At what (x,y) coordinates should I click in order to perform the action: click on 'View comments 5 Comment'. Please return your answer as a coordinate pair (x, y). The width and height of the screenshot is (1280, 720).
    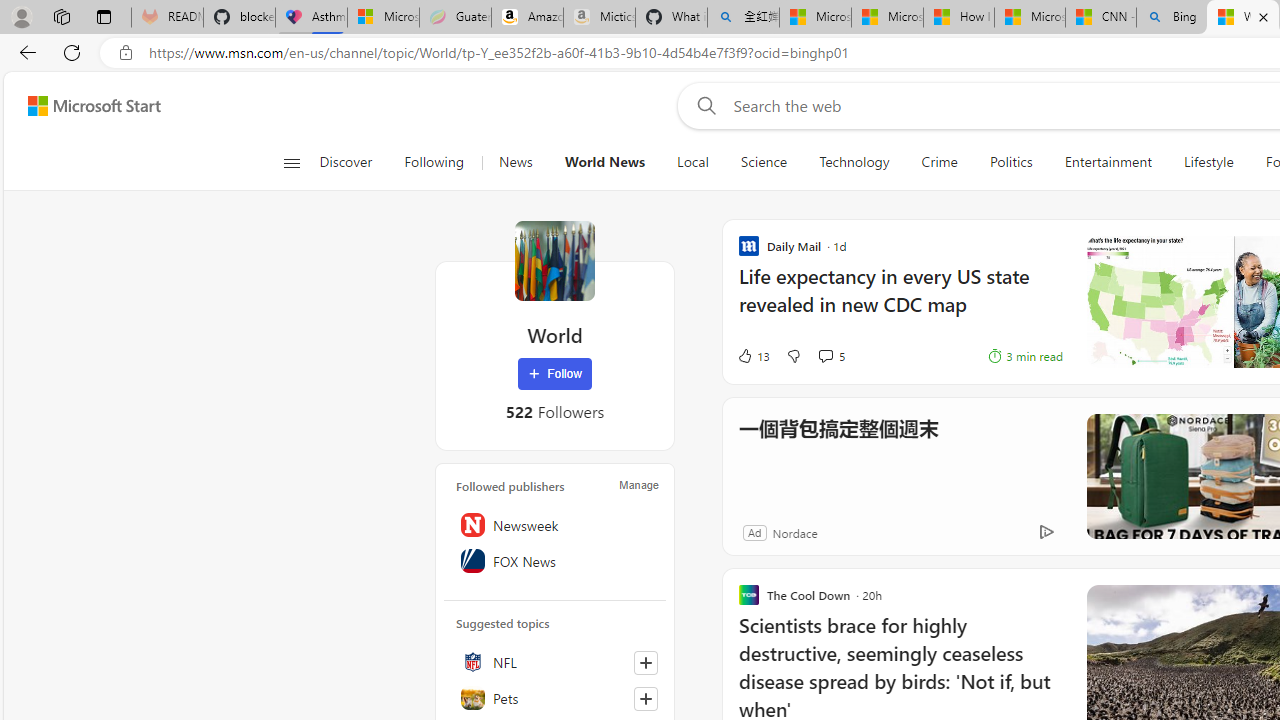
    Looking at the image, I should click on (830, 355).